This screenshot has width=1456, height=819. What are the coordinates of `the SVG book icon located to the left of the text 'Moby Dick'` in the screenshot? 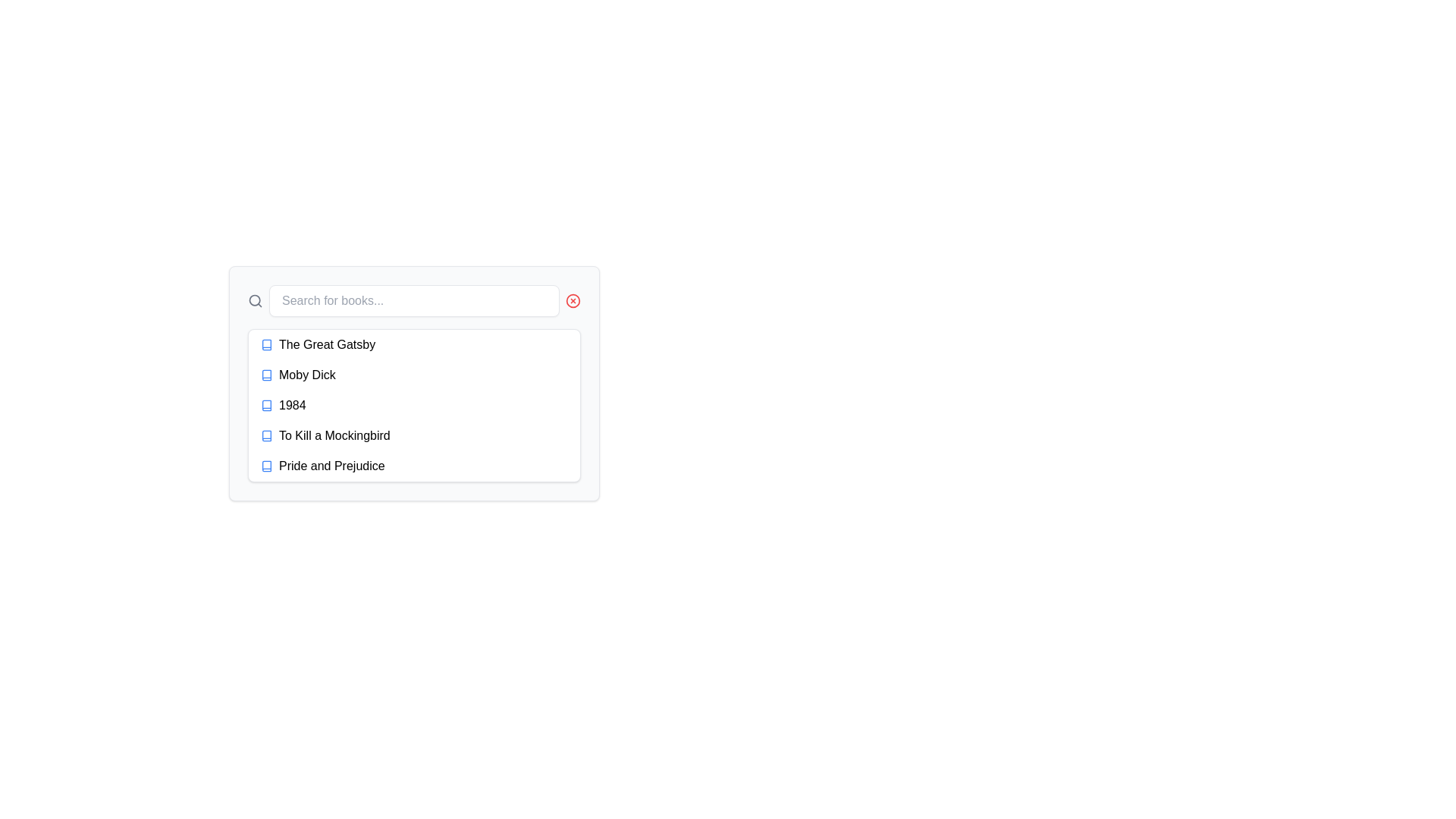 It's located at (266, 375).